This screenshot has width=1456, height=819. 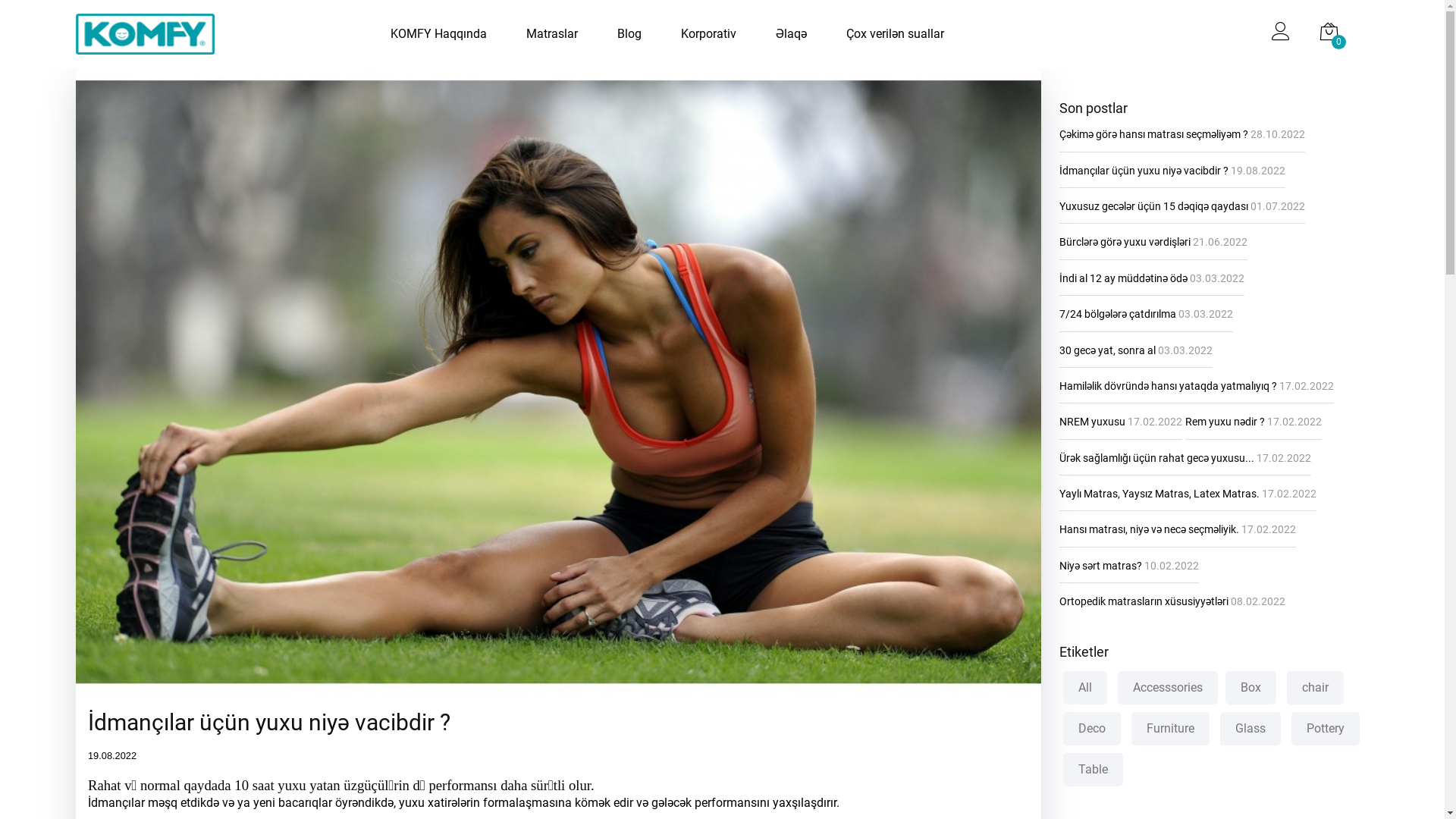 What do you see at coordinates (1250, 687) in the screenshot?
I see `'Box'` at bounding box center [1250, 687].